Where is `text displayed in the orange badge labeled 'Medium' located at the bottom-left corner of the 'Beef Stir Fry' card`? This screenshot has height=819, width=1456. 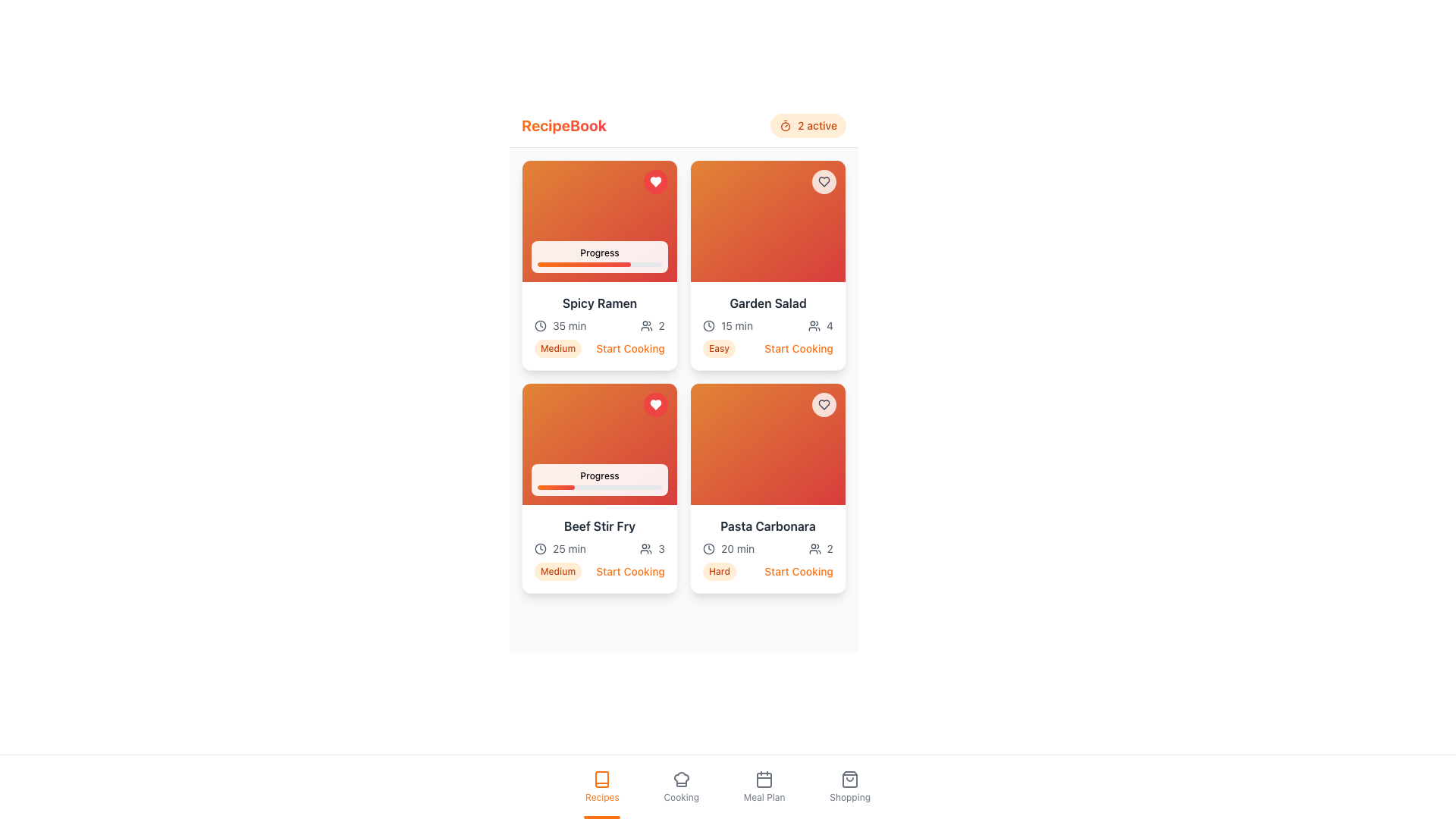 text displayed in the orange badge labeled 'Medium' located at the bottom-left corner of the 'Beef Stir Fry' card is located at coordinates (557, 571).